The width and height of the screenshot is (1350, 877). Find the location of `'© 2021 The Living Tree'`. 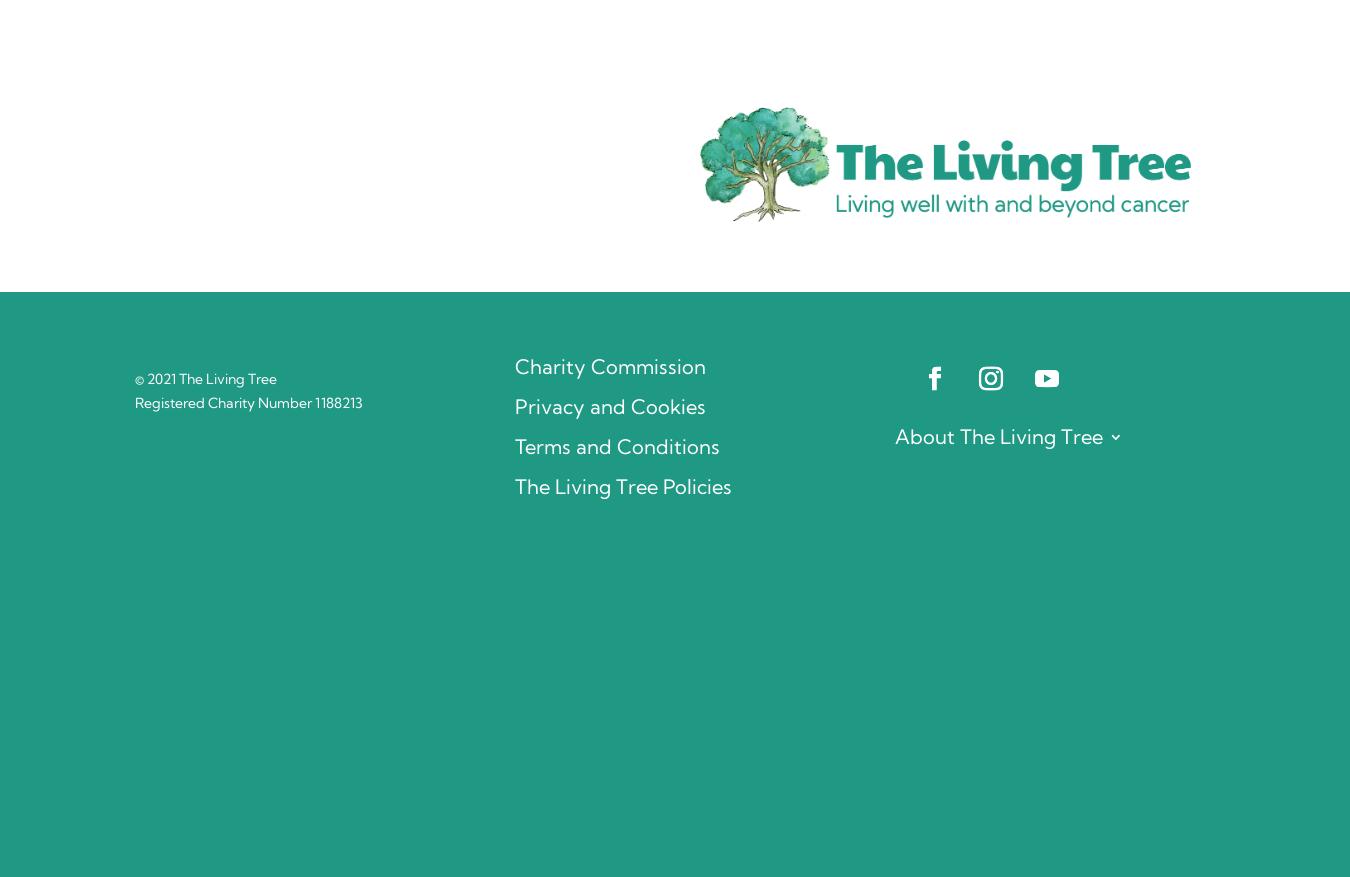

'© 2021 The Living Tree' is located at coordinates (206, 379).